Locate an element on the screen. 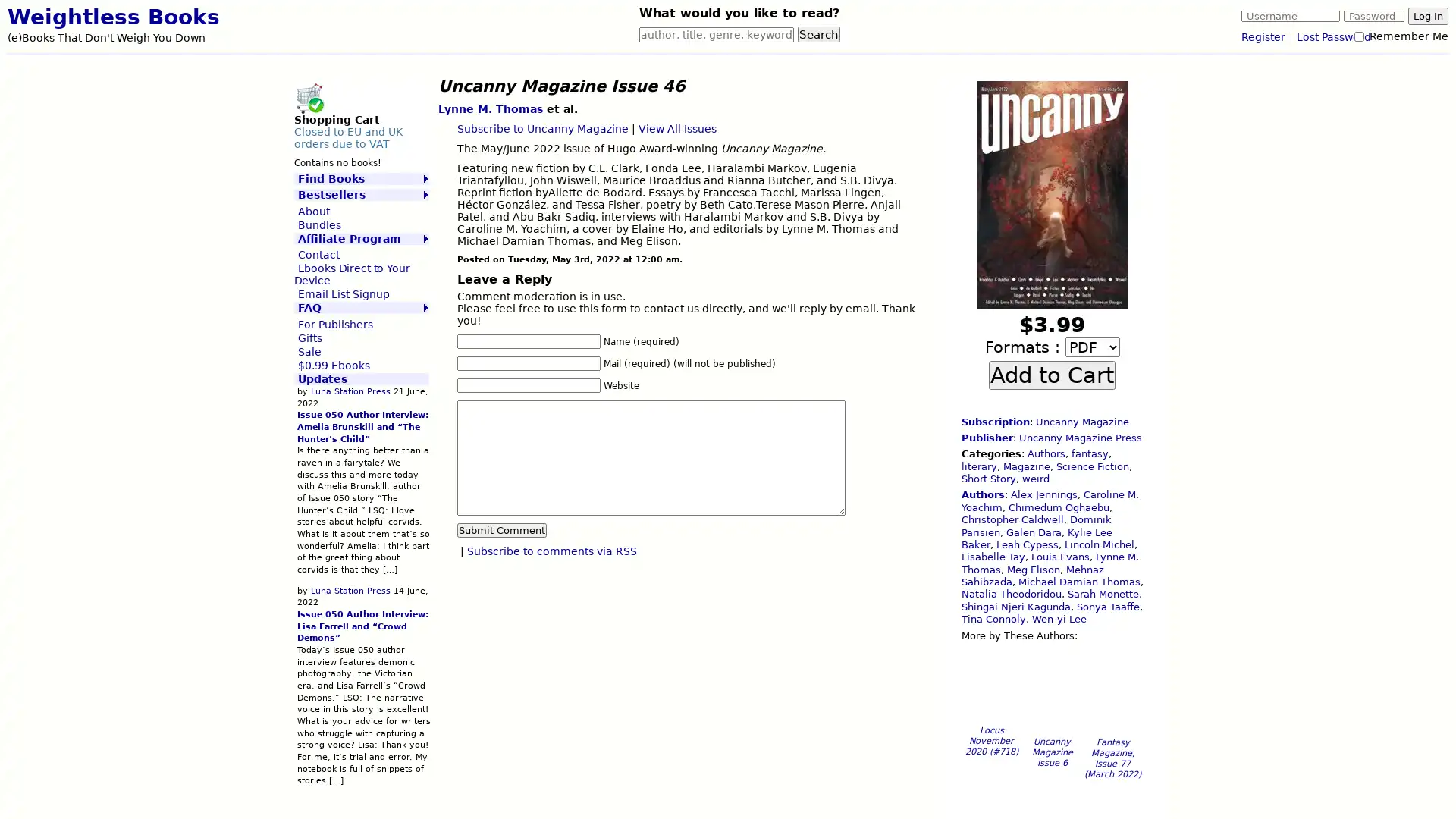 This screenshot has width=1456, height=819. Search is located at coordinates (818, 34).